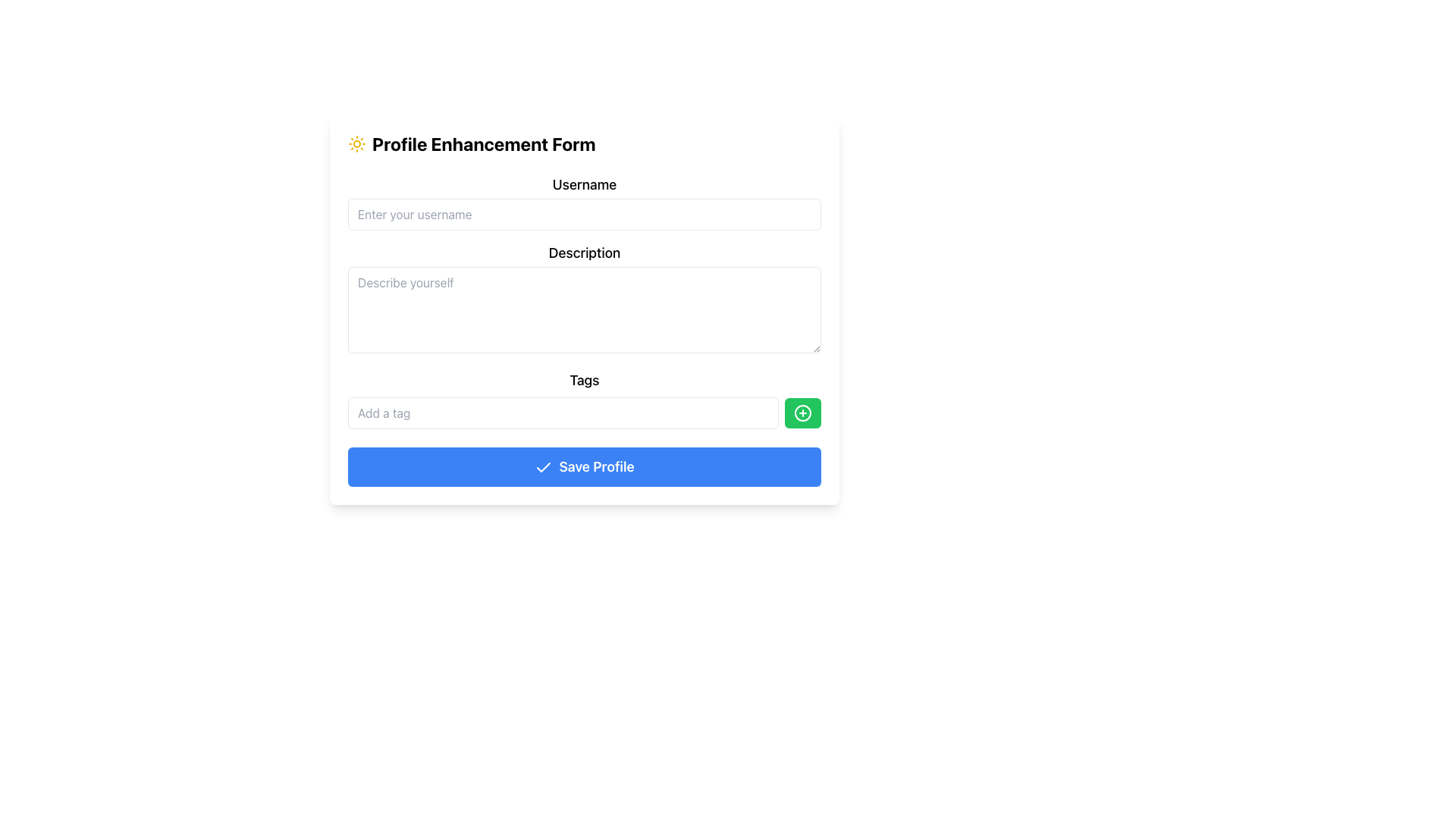 The height and width of the screenshot is (819, 1456). Describe the element at coordinates (584, 466) in the screenshot. I see `the 'Save Profile' button, which is a rectangular button with a blue background and white text, located at the bottom of the 'Profile Enhancement Form'` at that location.